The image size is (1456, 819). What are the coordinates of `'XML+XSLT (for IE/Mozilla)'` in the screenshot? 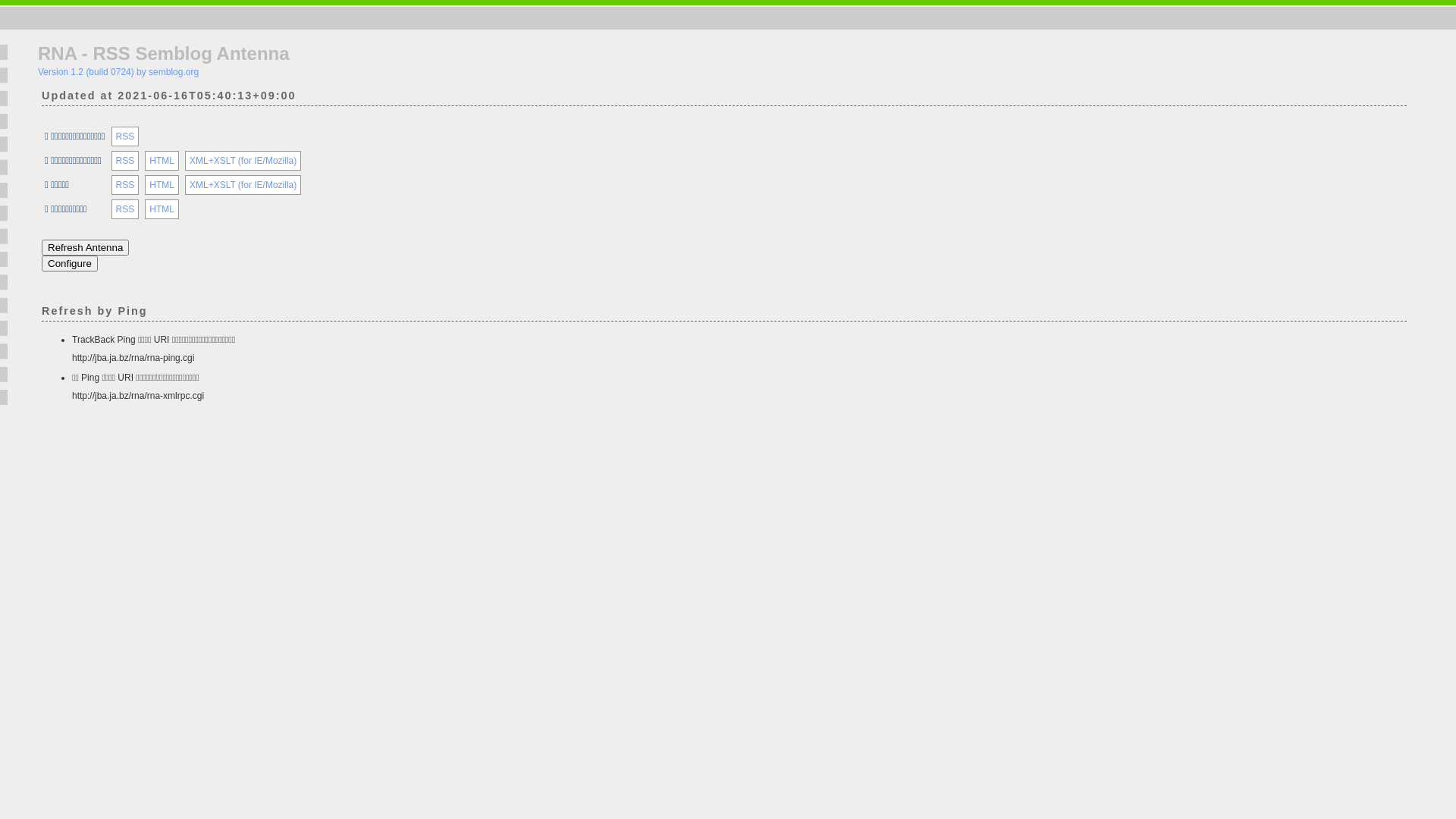 It's located at (243, 161).